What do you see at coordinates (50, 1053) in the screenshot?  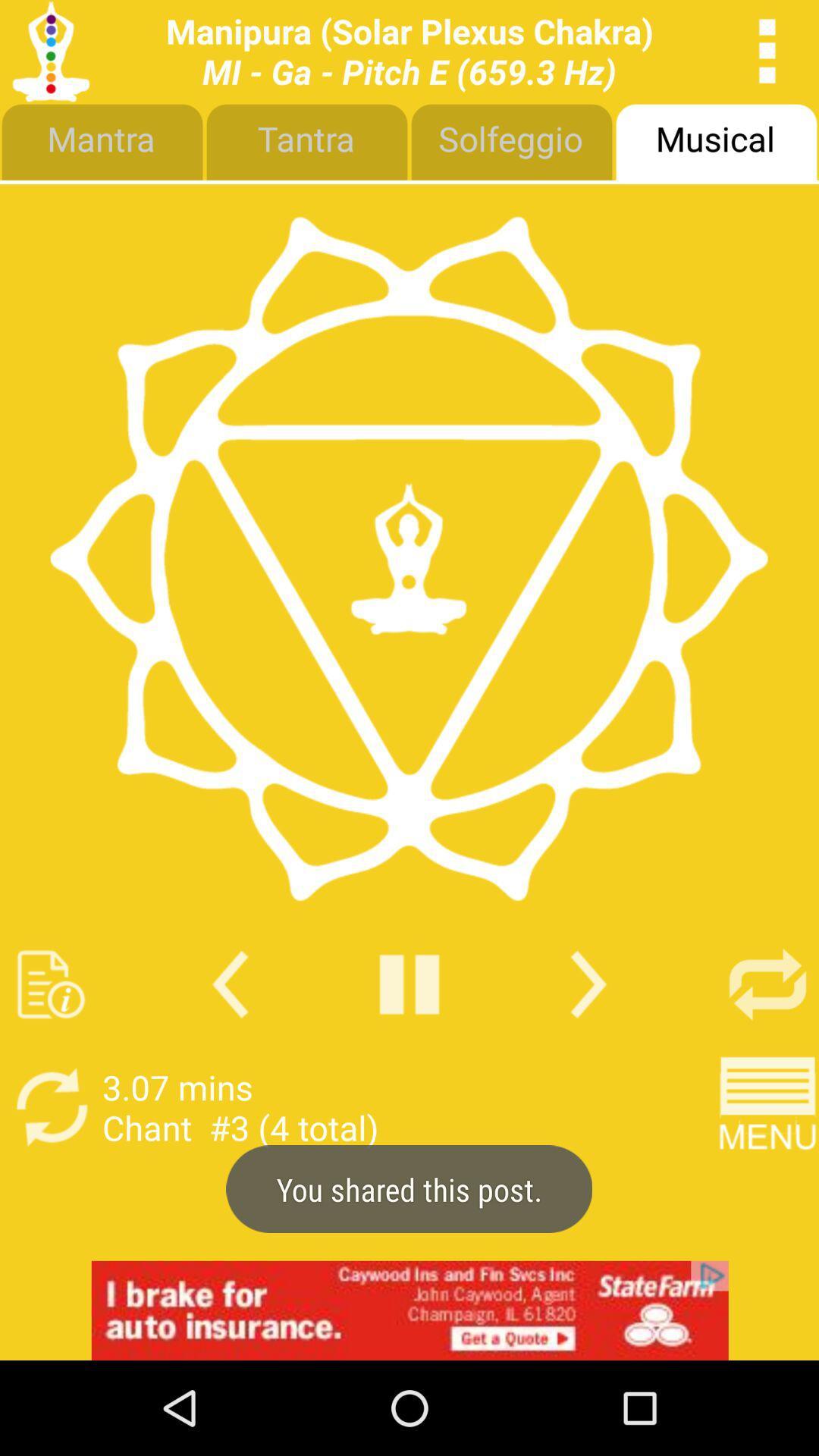 I see `the description icon` at bounding box center [50, 1053].